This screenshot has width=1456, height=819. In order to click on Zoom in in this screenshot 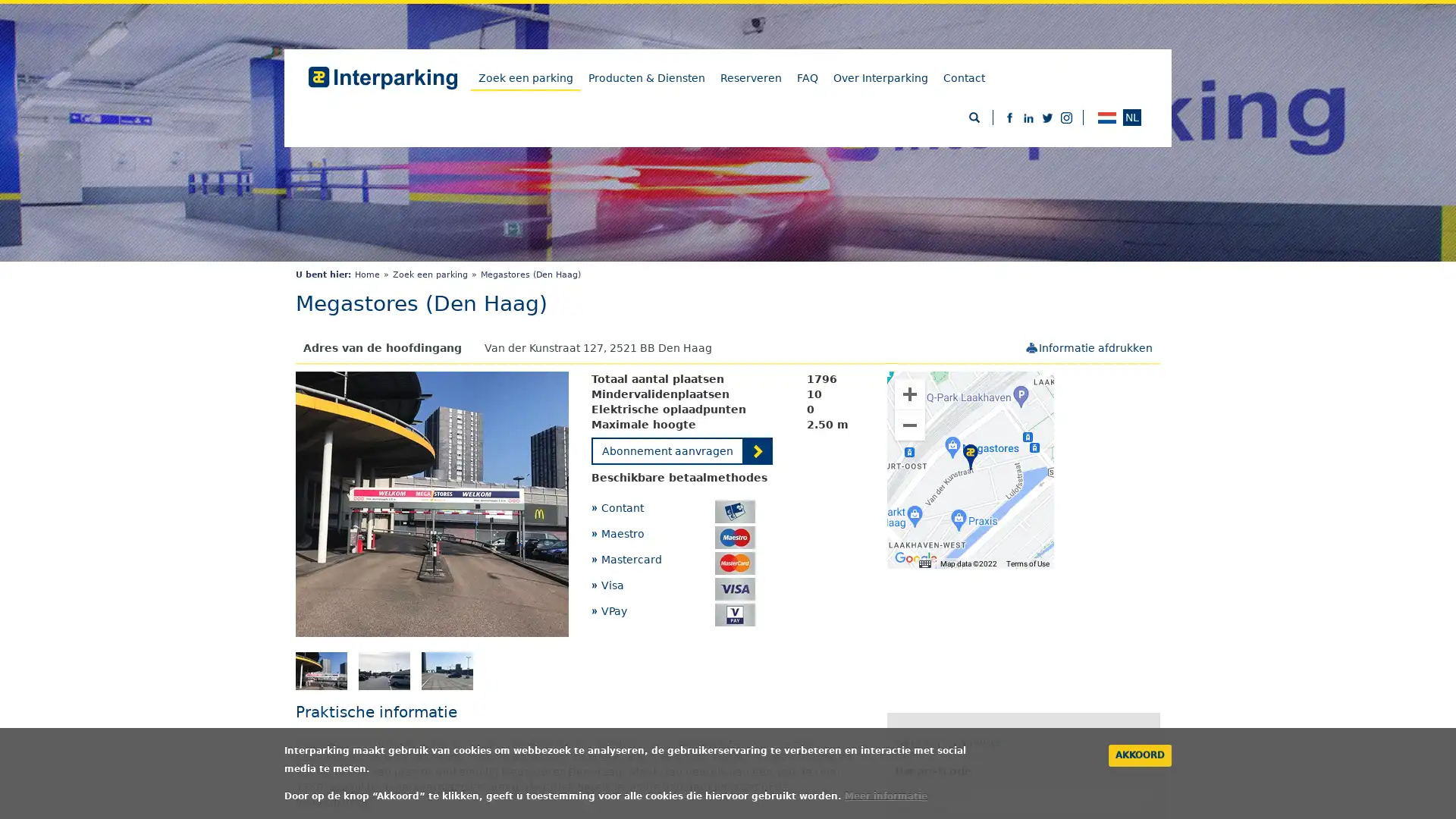, I will do `click(910, 394)`.